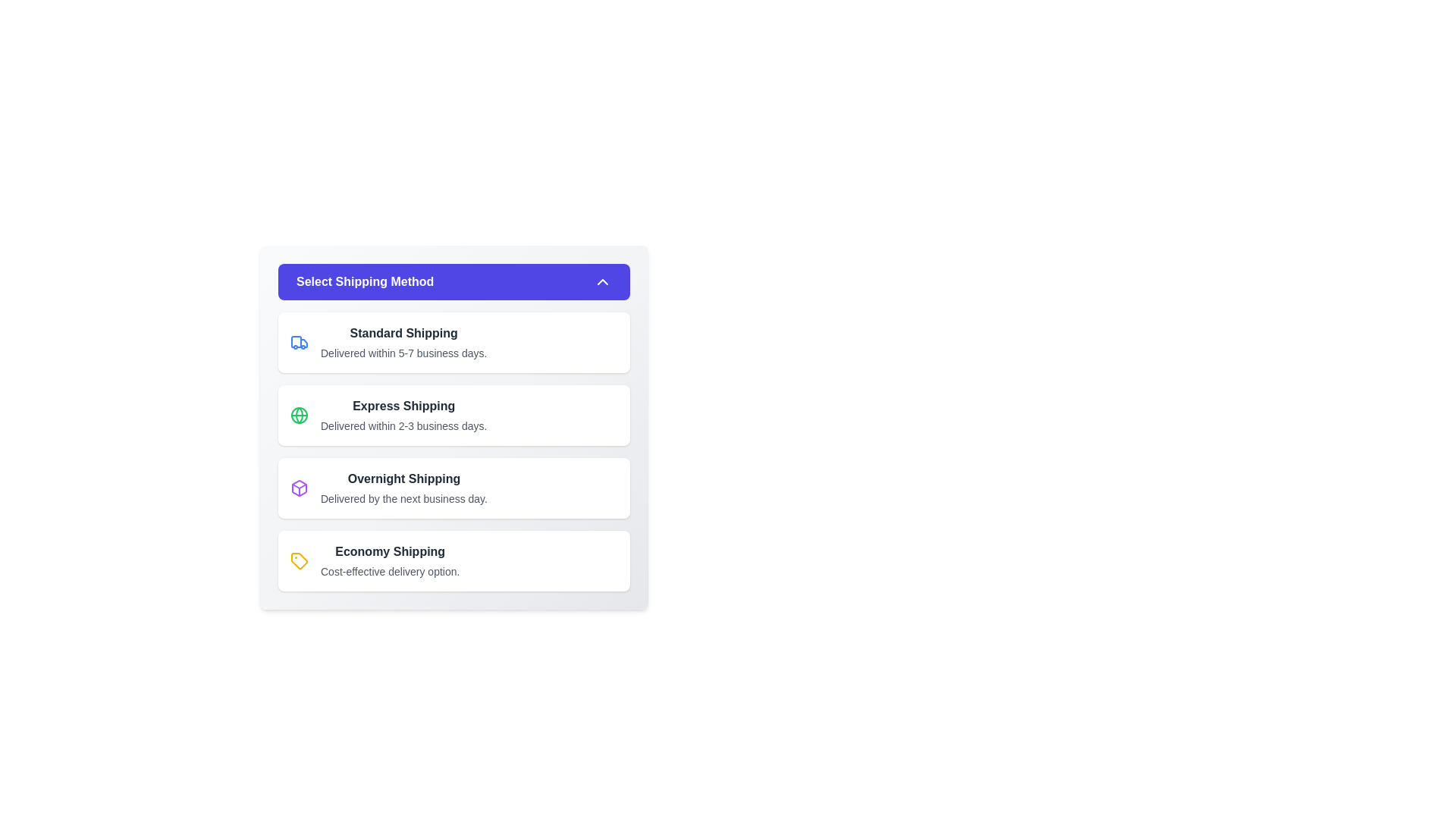  I want to click on the descriptive text providing additional details about the 'Overnight Shipping' option, which is the second line of text under the 'Overnight Shipping' label, so click(403, 499).